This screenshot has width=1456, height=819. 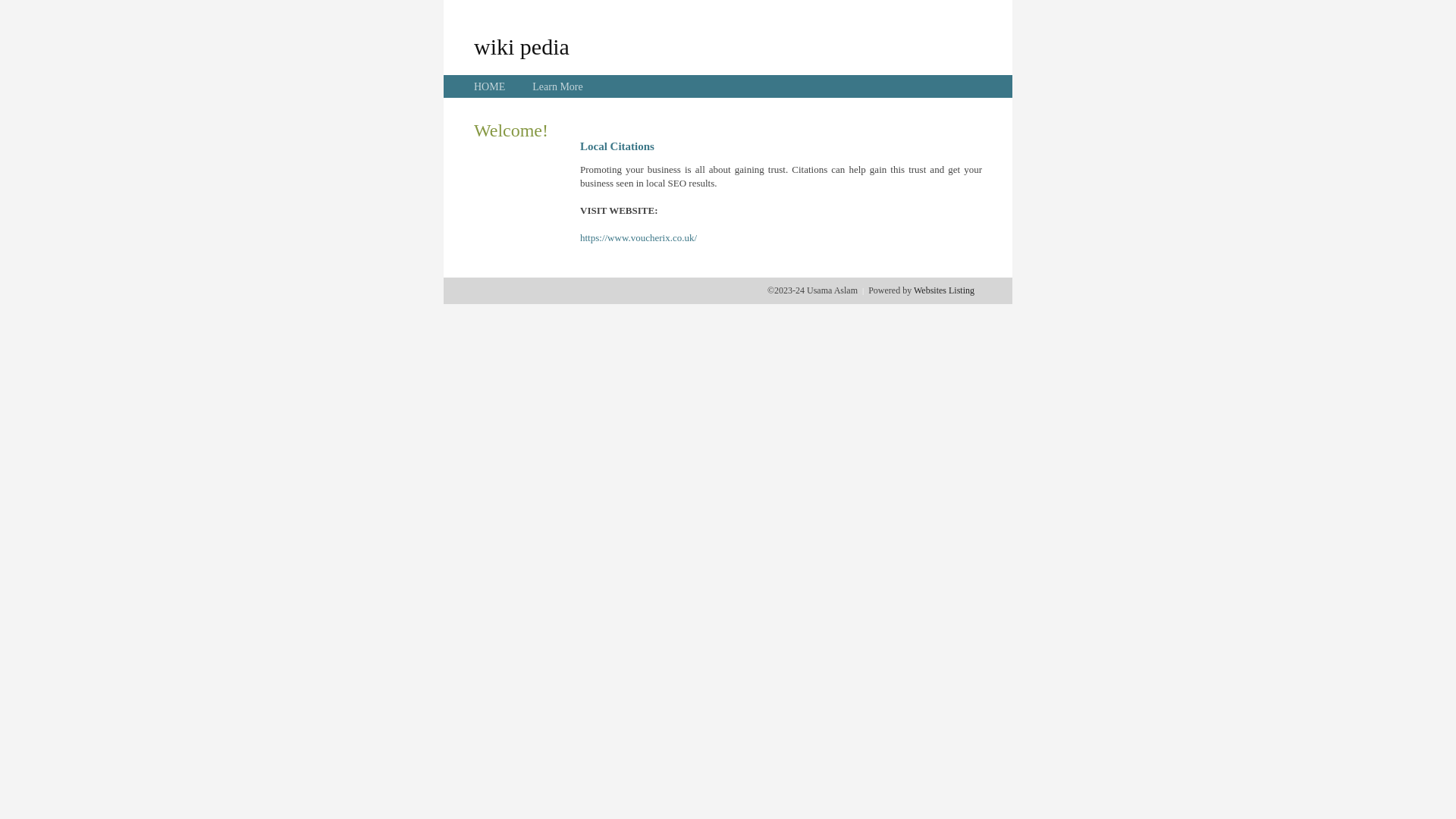 I want to click on 'HOME', so click(x=489, y=86).